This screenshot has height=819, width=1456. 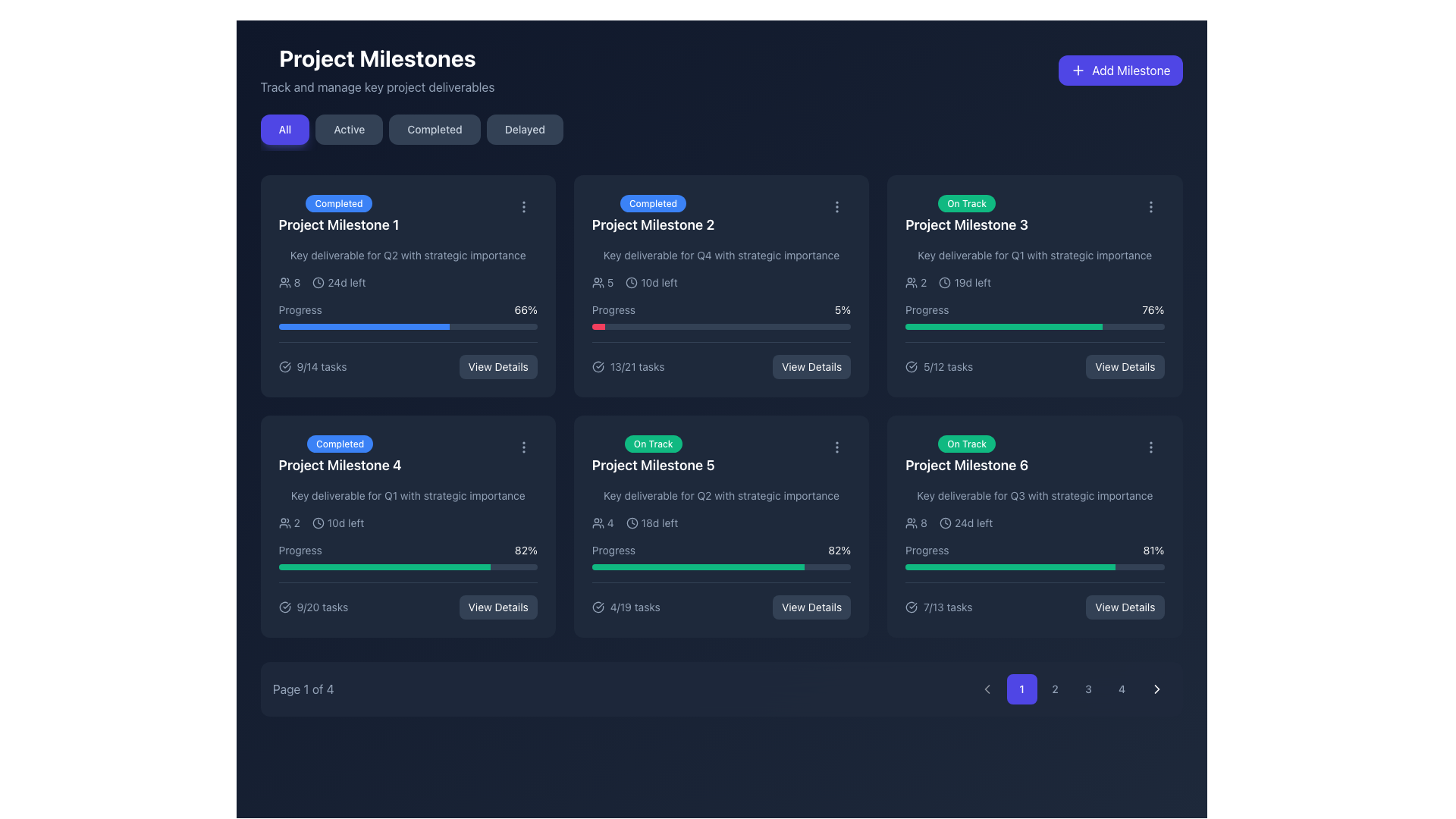 I want to click on the icon that indicates the number of users associated with the milestone, located to the left of the number '2' in the 'Project Milestone 3' card at the top-left area of the interface, so click(x=911, y=283).